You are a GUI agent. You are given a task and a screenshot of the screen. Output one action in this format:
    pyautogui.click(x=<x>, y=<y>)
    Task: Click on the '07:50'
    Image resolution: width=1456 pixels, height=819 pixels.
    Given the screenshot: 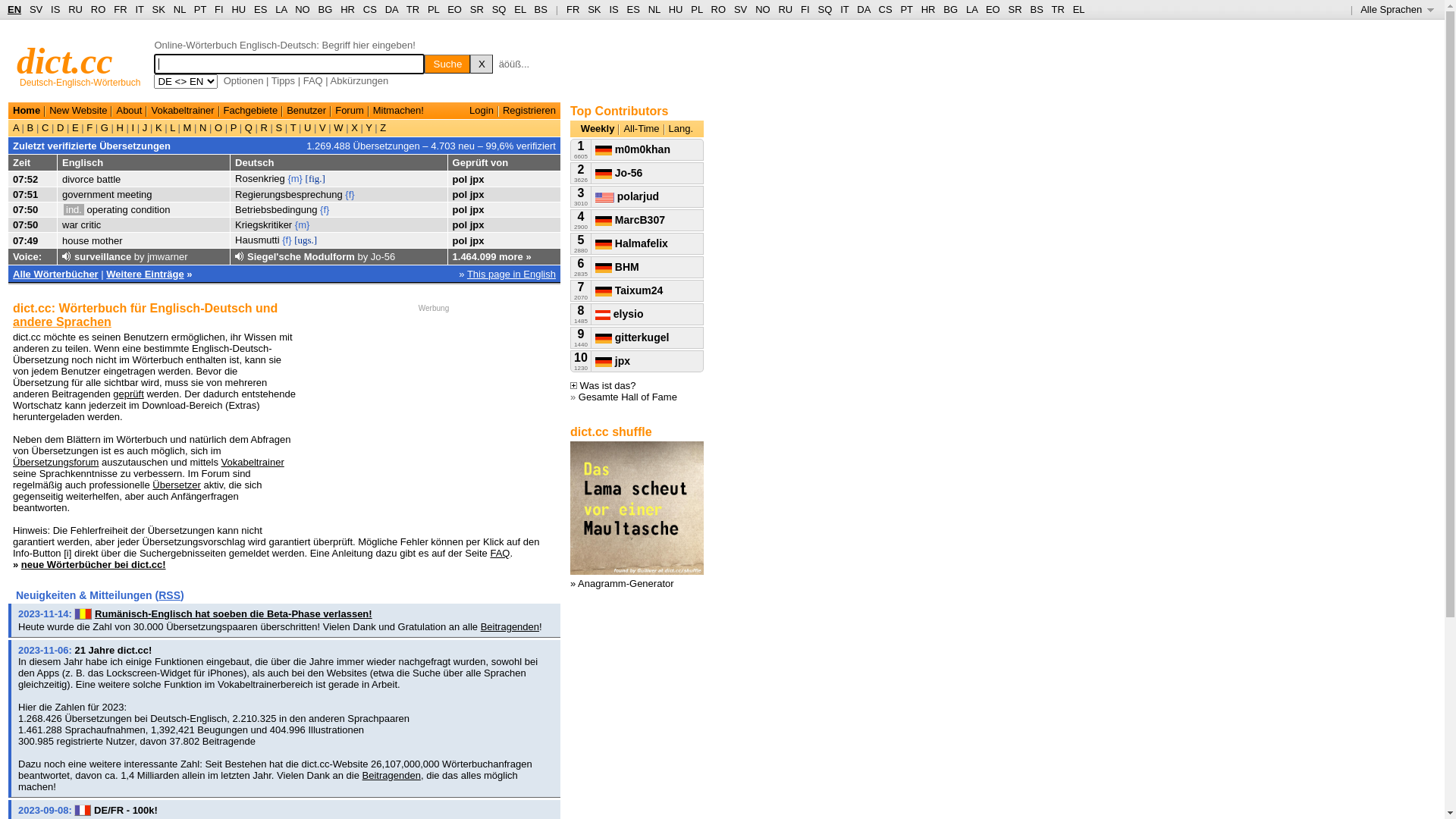 What is the action you would take?
    pyautogui.click(x=25, y=209)
    